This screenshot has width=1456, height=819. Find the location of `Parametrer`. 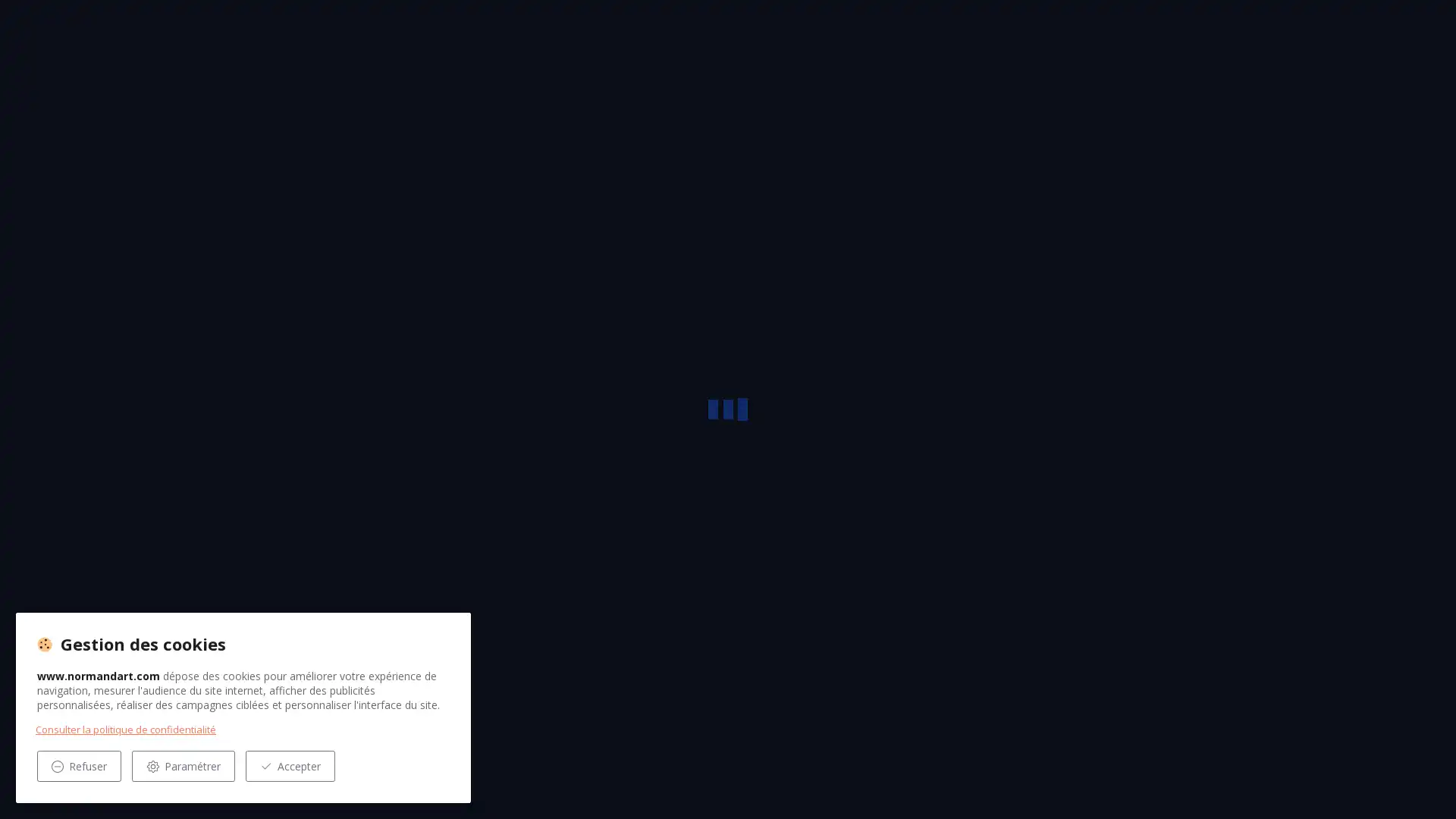

Parametrer is located at coordinates (182, 766).